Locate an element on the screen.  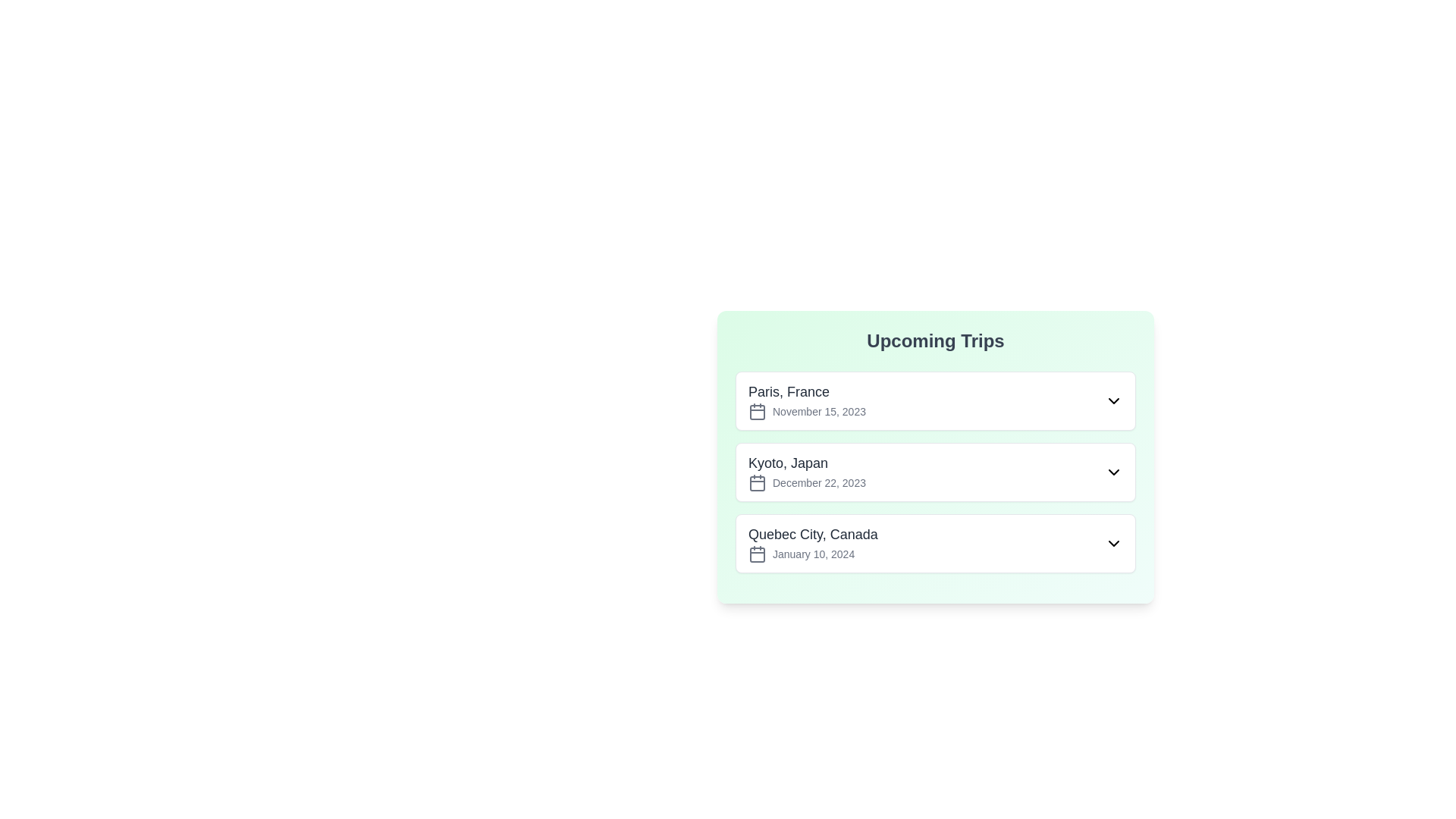
the text label element displaying 'Paris, France', which is the first entry under the 'Upcoming Trips' header is located at coordinates (806, 391).